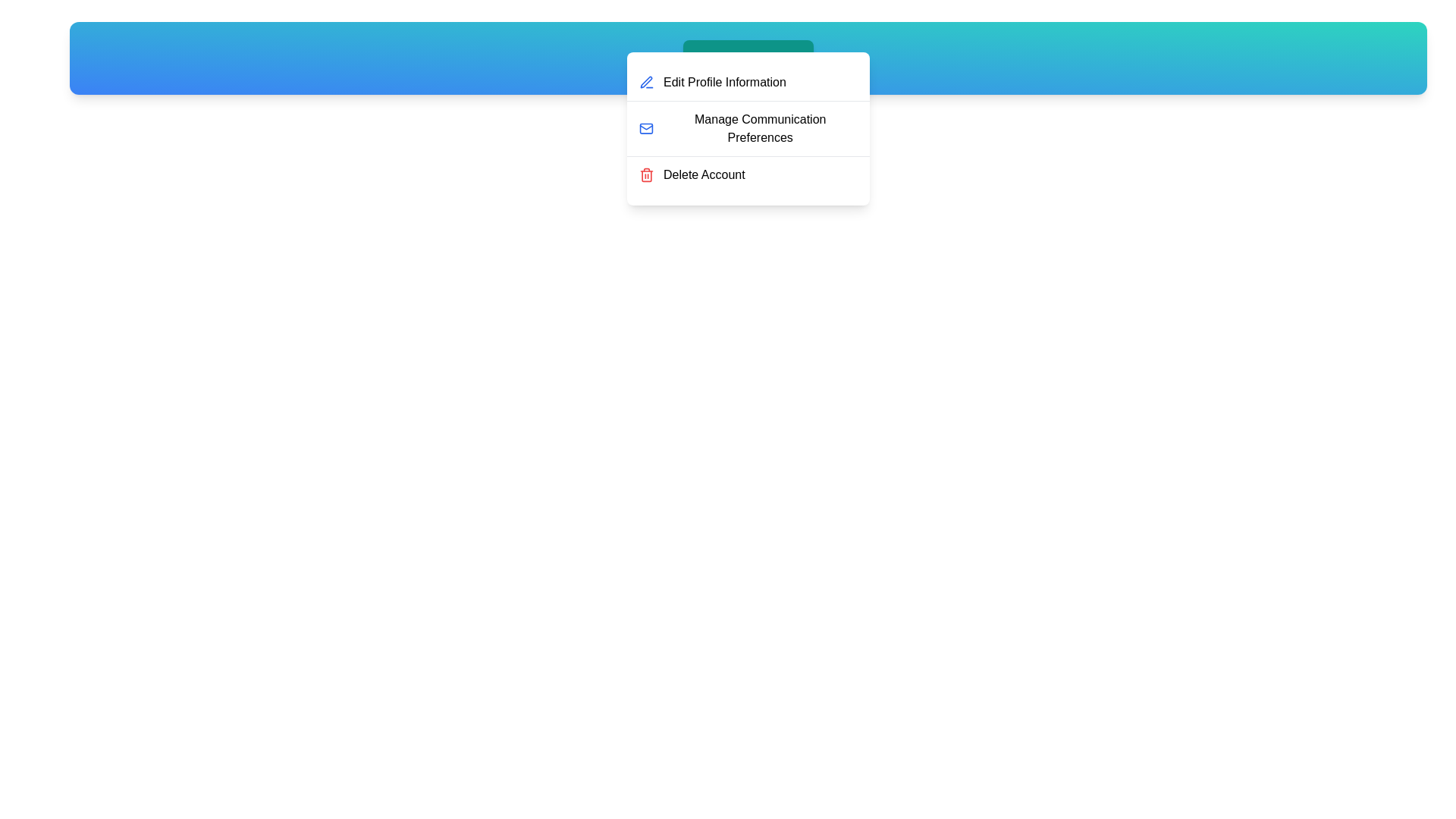 The image size is (1456, 819). What do you see at coordinates (748, 58) in the screenshot?
I see `'Manage Profile' button to toggle the visibility of the menu` at bounding box center [748, 58].